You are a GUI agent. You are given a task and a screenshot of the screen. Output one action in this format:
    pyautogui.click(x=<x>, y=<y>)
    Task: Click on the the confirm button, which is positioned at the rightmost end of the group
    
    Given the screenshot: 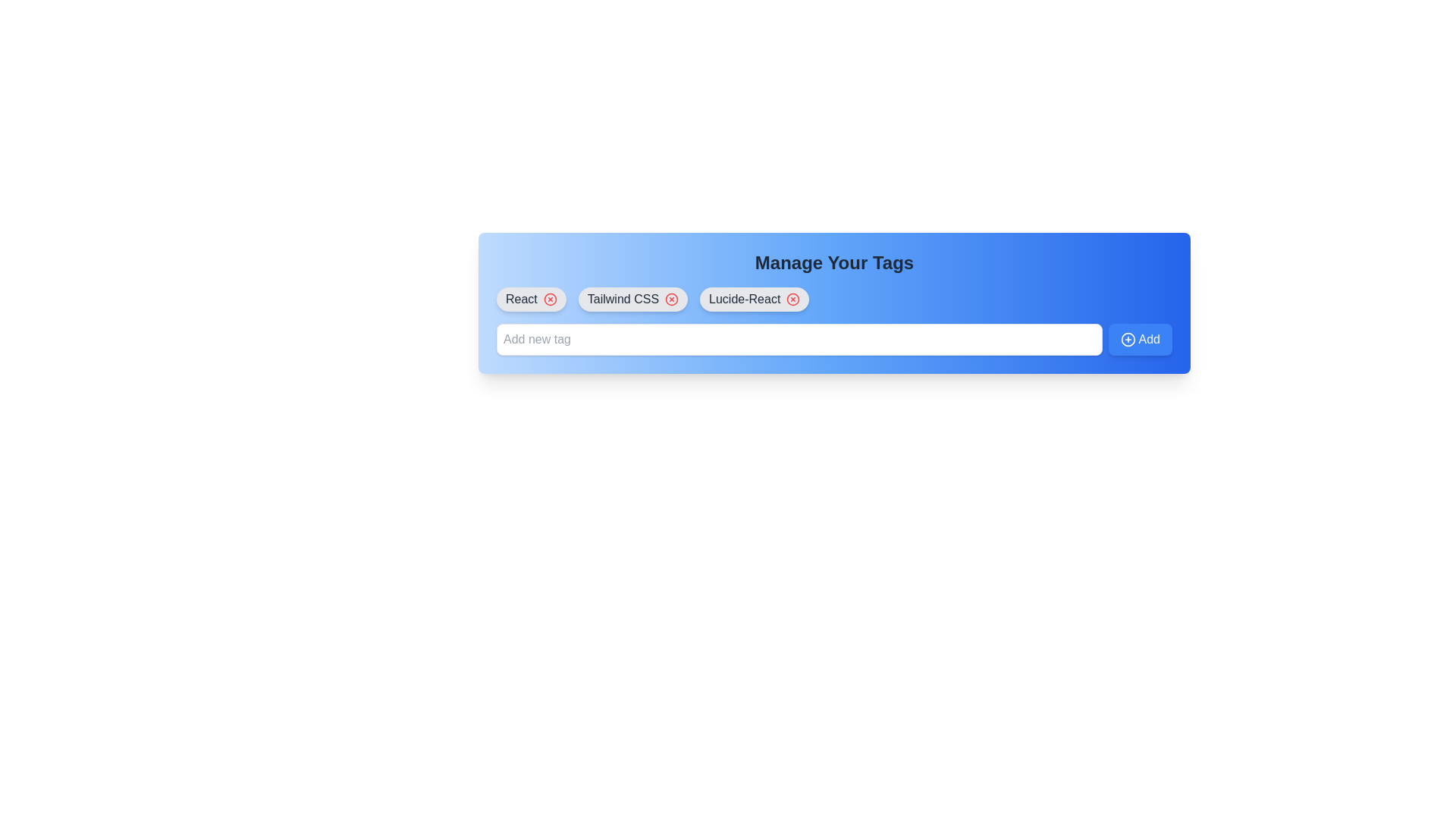 What is the action you would take?
    pyautogui.click(x=1140, y=338)
    